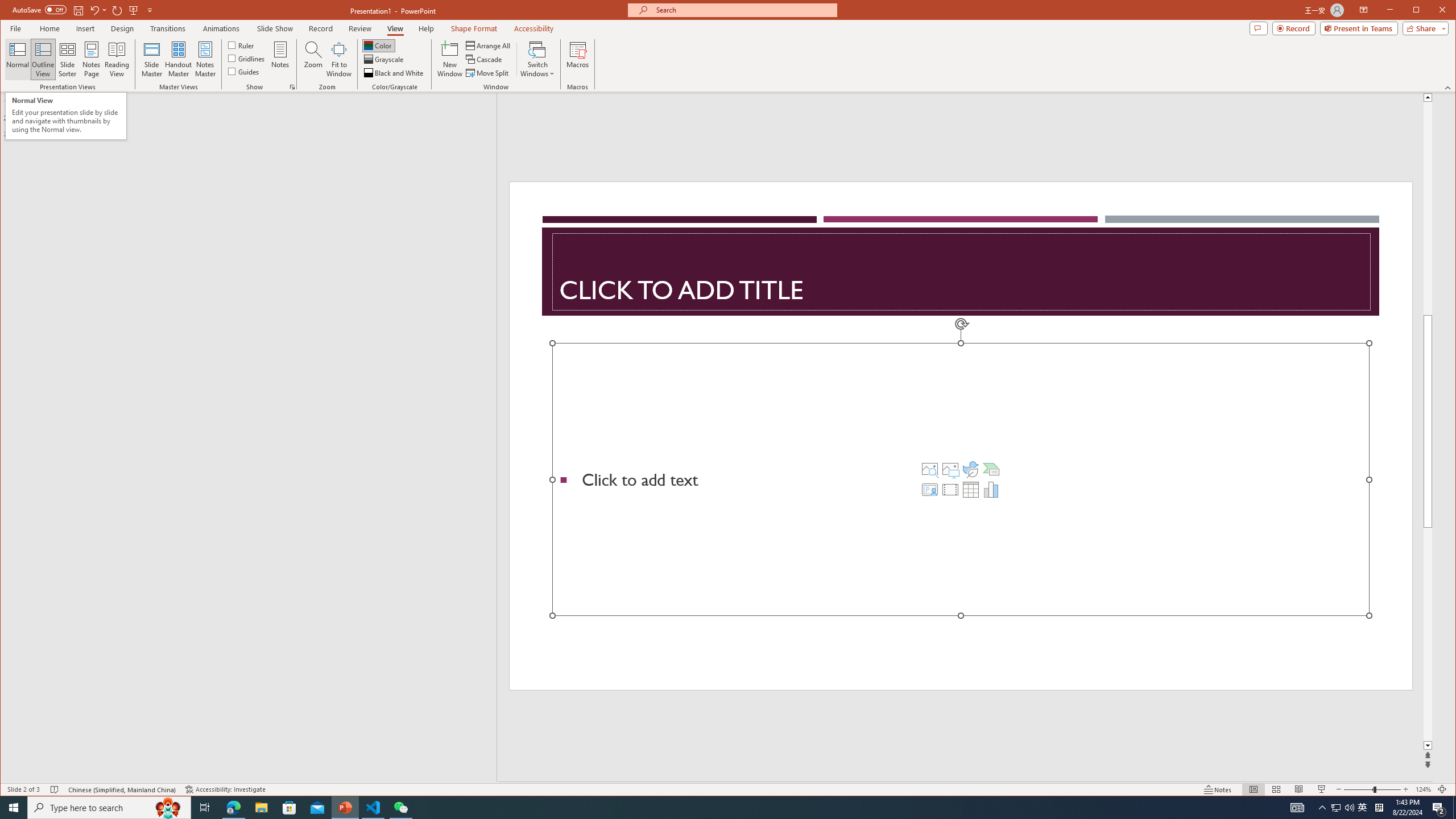  I want to click on 'Notes Page', so click(91, 59).